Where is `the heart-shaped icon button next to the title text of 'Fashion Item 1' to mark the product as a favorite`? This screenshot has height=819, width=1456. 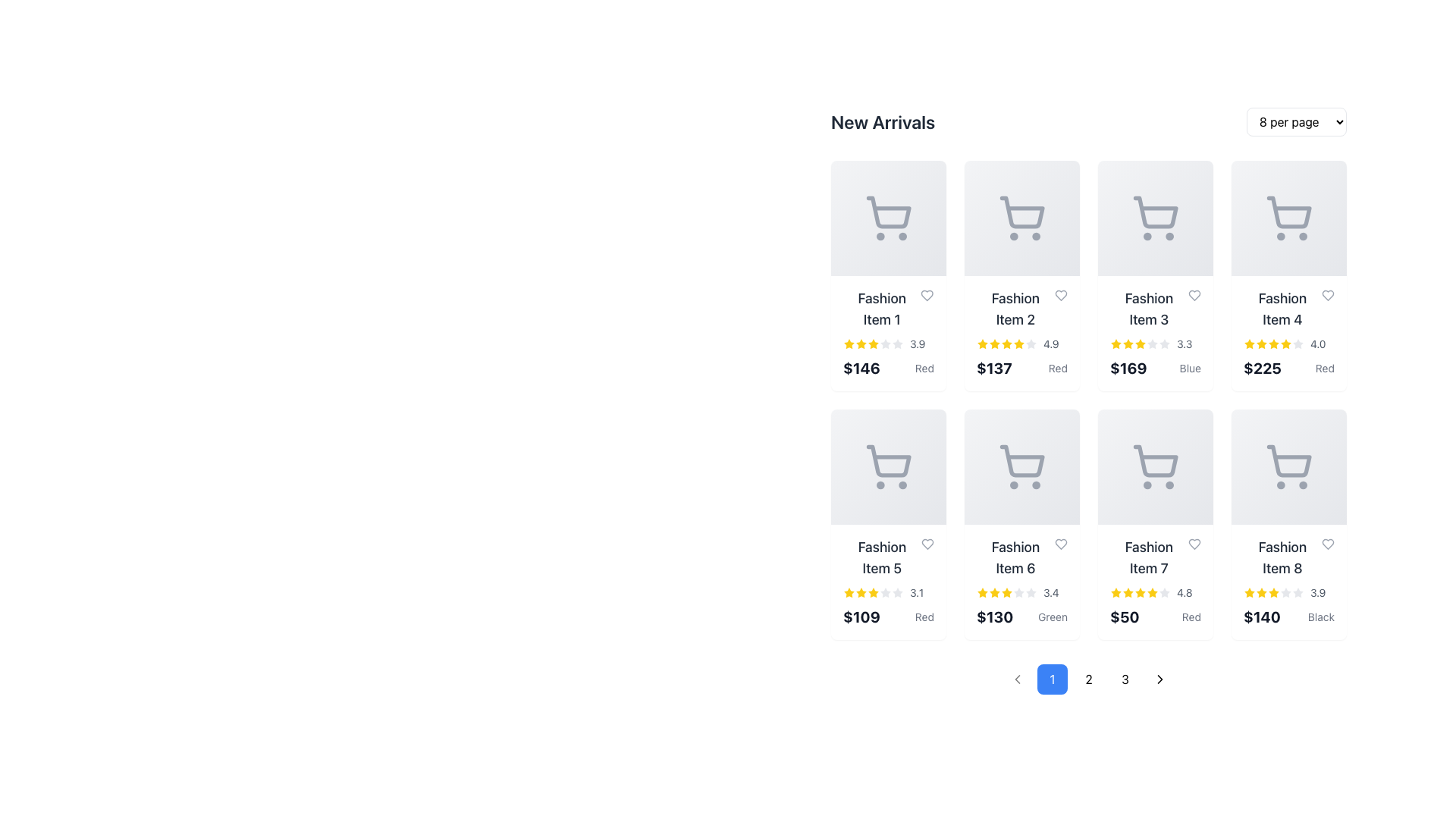 the heart-shaped icon button next to the title text of 'Fashion Item 1' to mark the product as a favorite is located at coordinates (927, 295).